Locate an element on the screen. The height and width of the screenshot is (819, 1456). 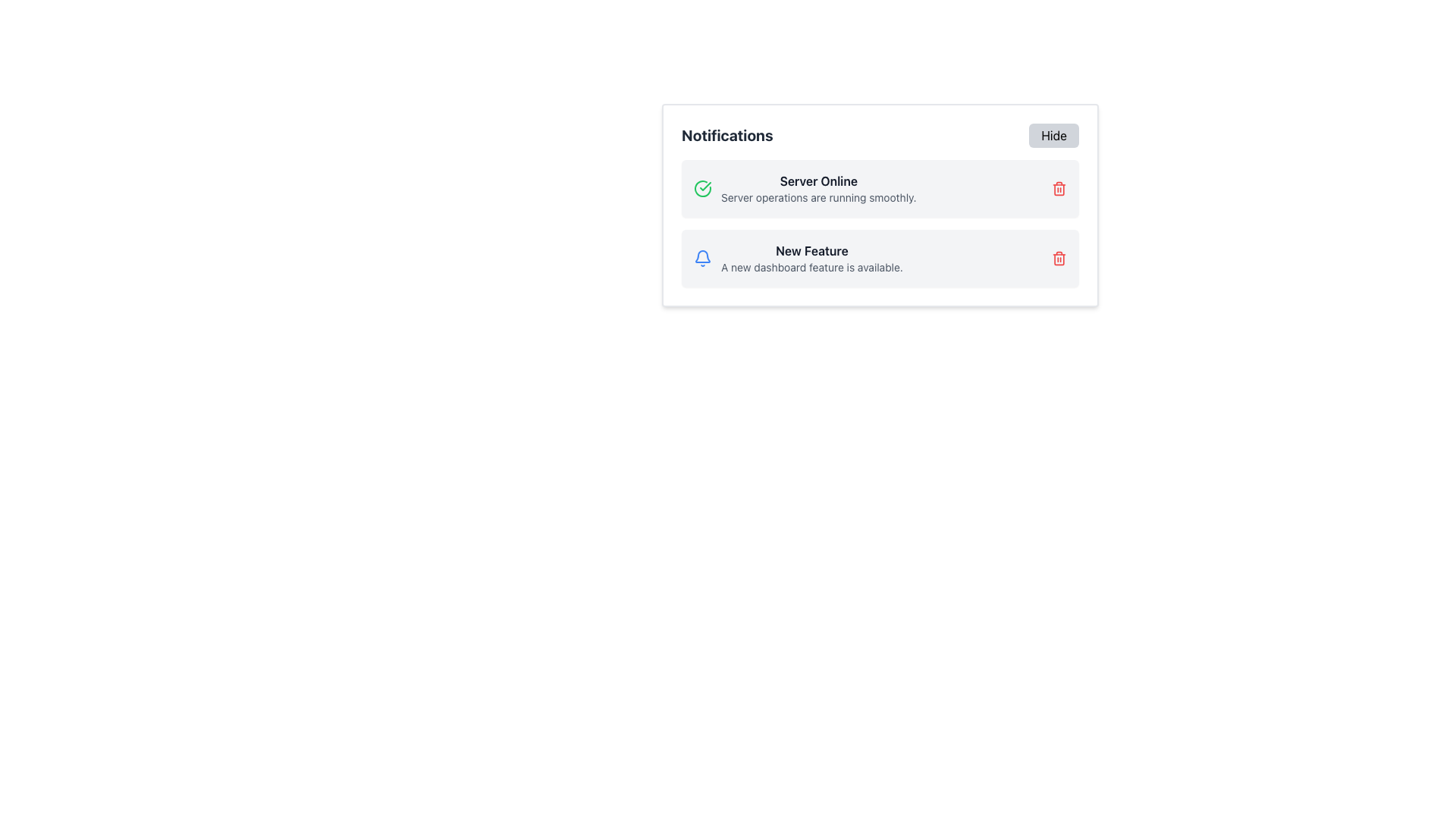
bold text component that displays 'Server Online', located at the top of the first notification card is located at coordinates (817, 180).